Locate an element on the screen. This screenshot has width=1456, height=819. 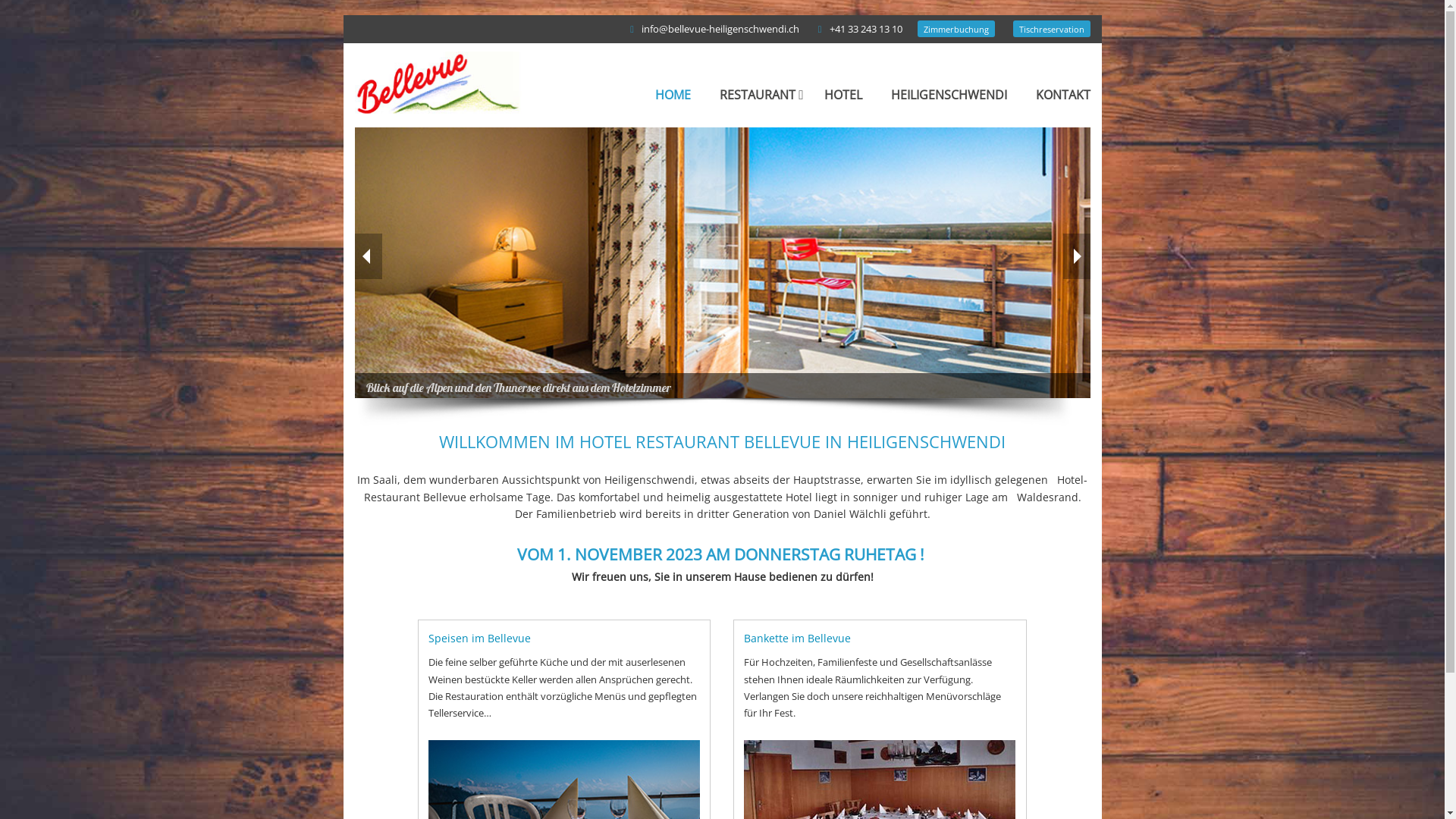
'Zimmerbuchung' is located at coordinates (955, 29).